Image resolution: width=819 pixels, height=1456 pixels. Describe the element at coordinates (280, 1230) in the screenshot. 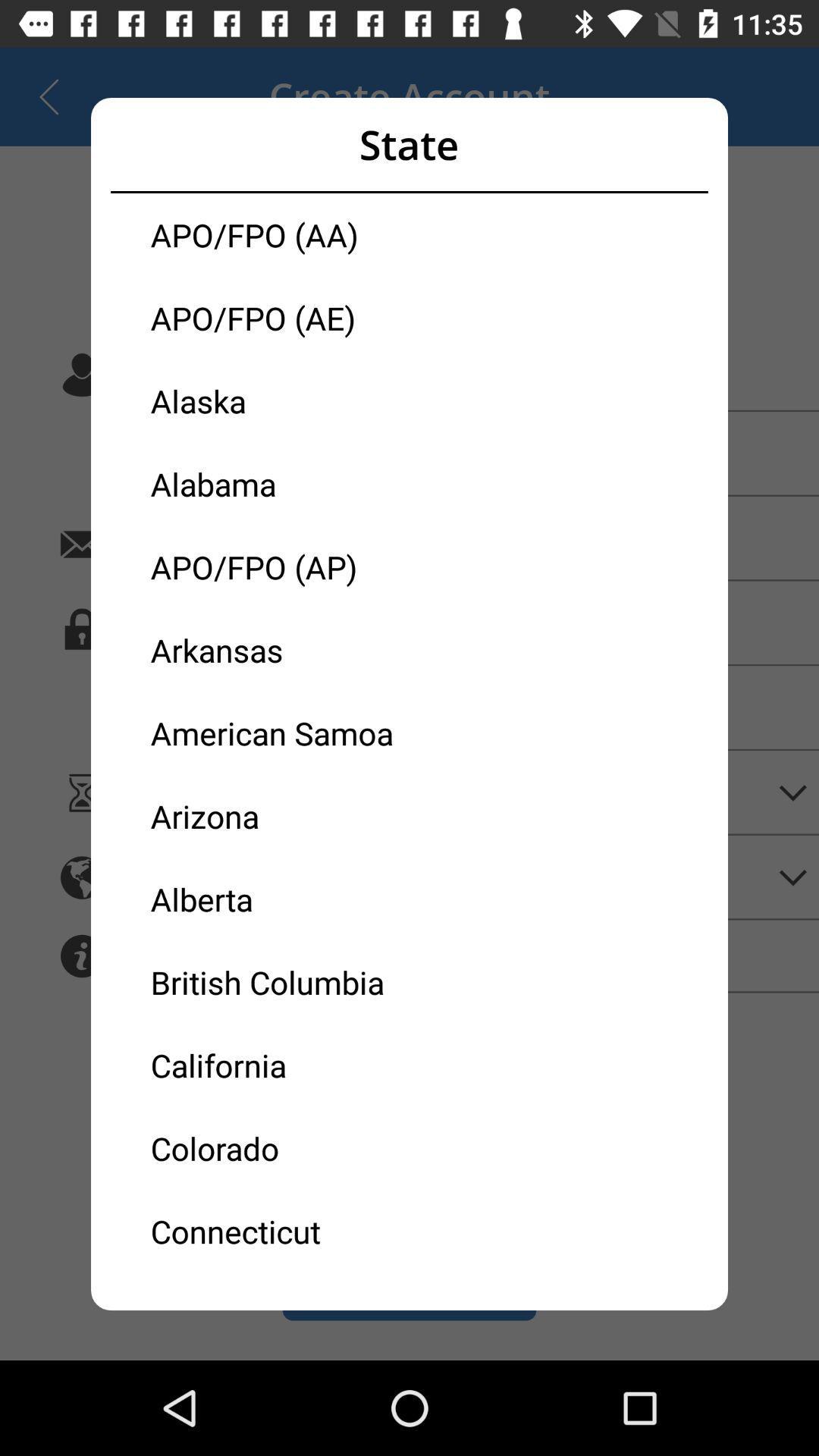

I see `icon below the colorado icon` at that location.